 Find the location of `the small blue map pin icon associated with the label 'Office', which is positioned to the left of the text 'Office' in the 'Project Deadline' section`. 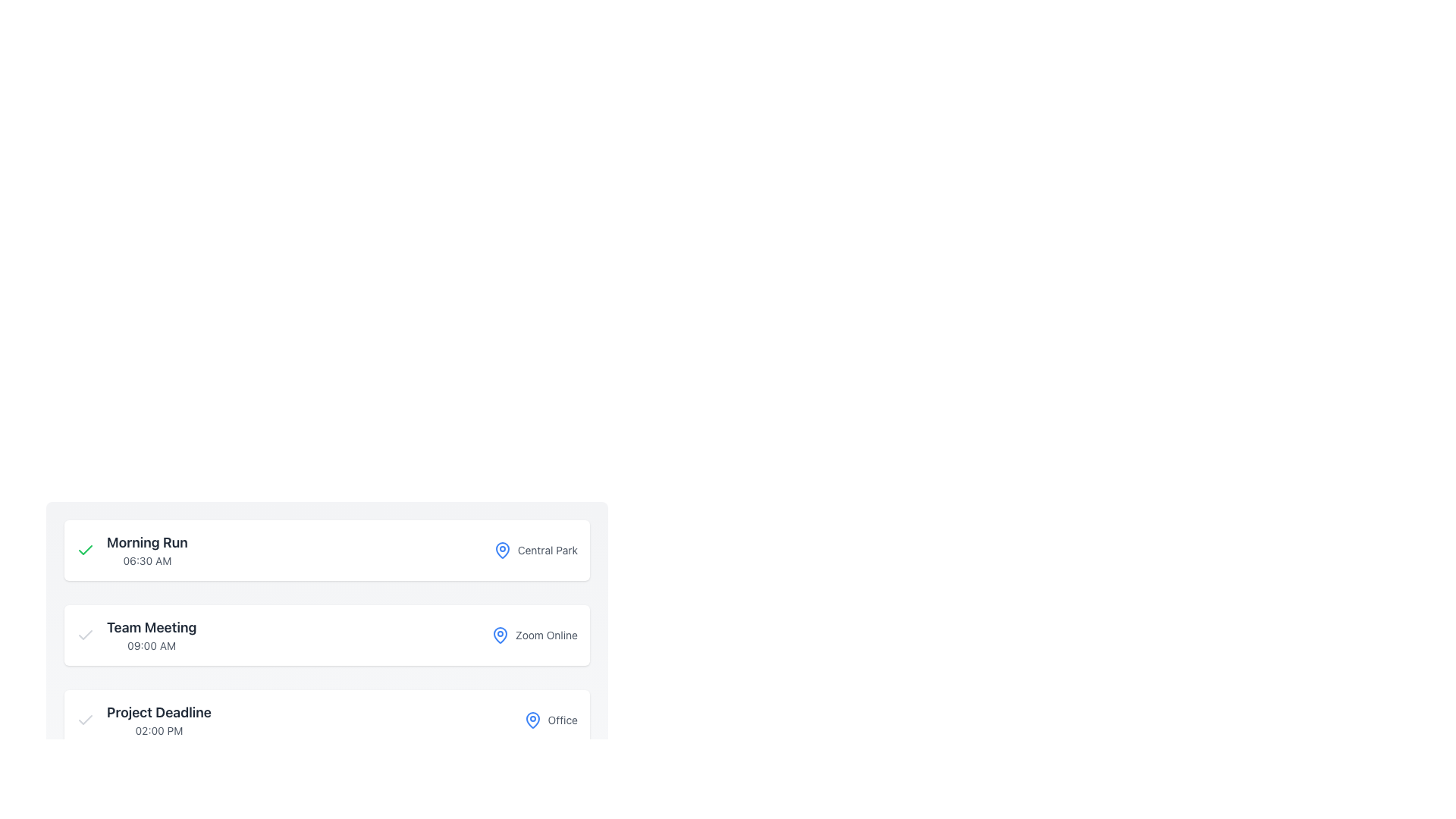

the small blue map pin icon associated with the label 'Office', which is positioned to the left of the text 'Office' in the 'Project Deadline' section is located at coordinates (532, 719).